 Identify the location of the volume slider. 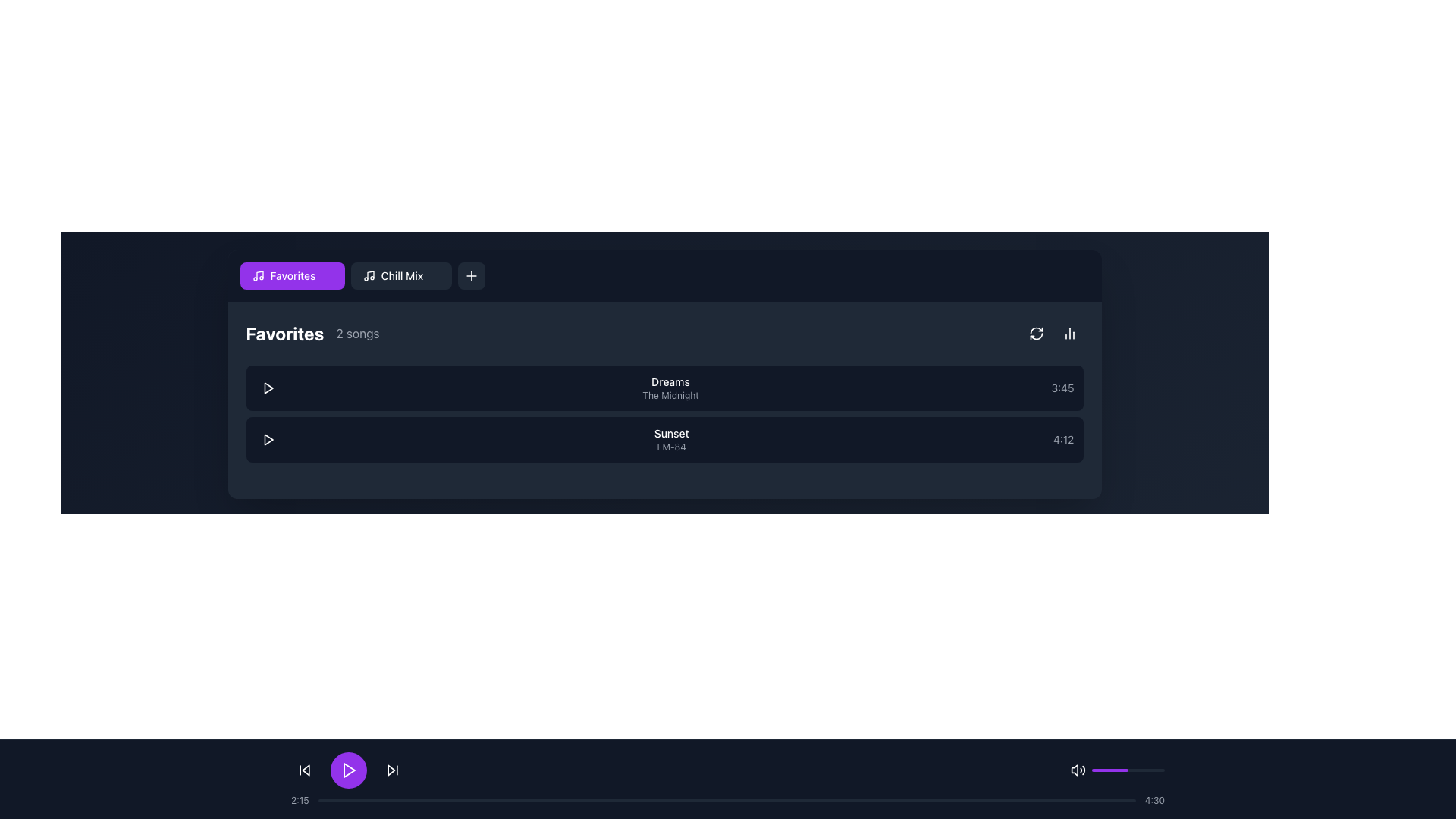
(1149, 770).